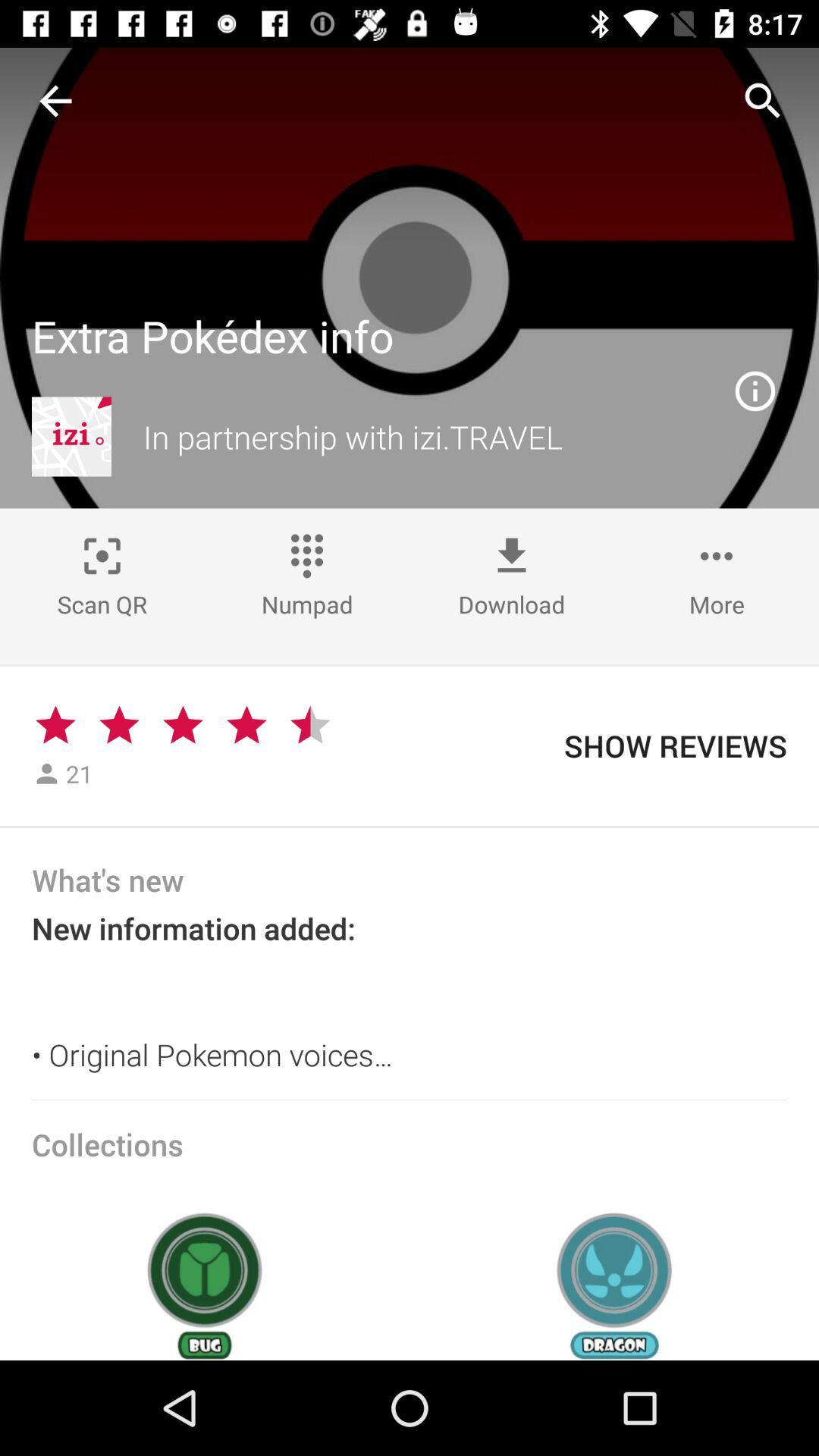  Describe the element at coordinates (118, 724) in the screenshot. I see `item next to 21 item` at that location.